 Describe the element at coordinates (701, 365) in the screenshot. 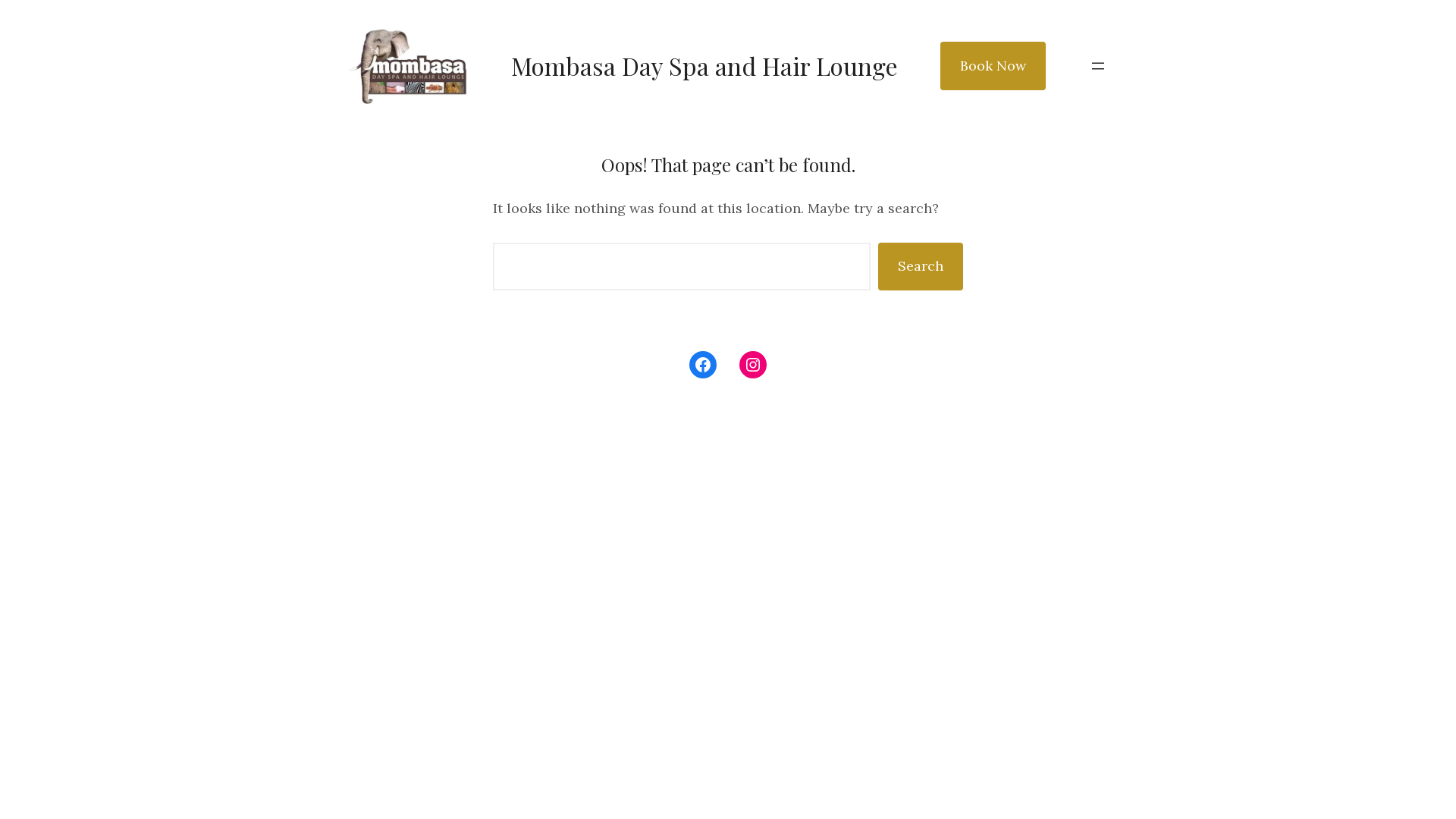

I see `'Facebook'` at that location.